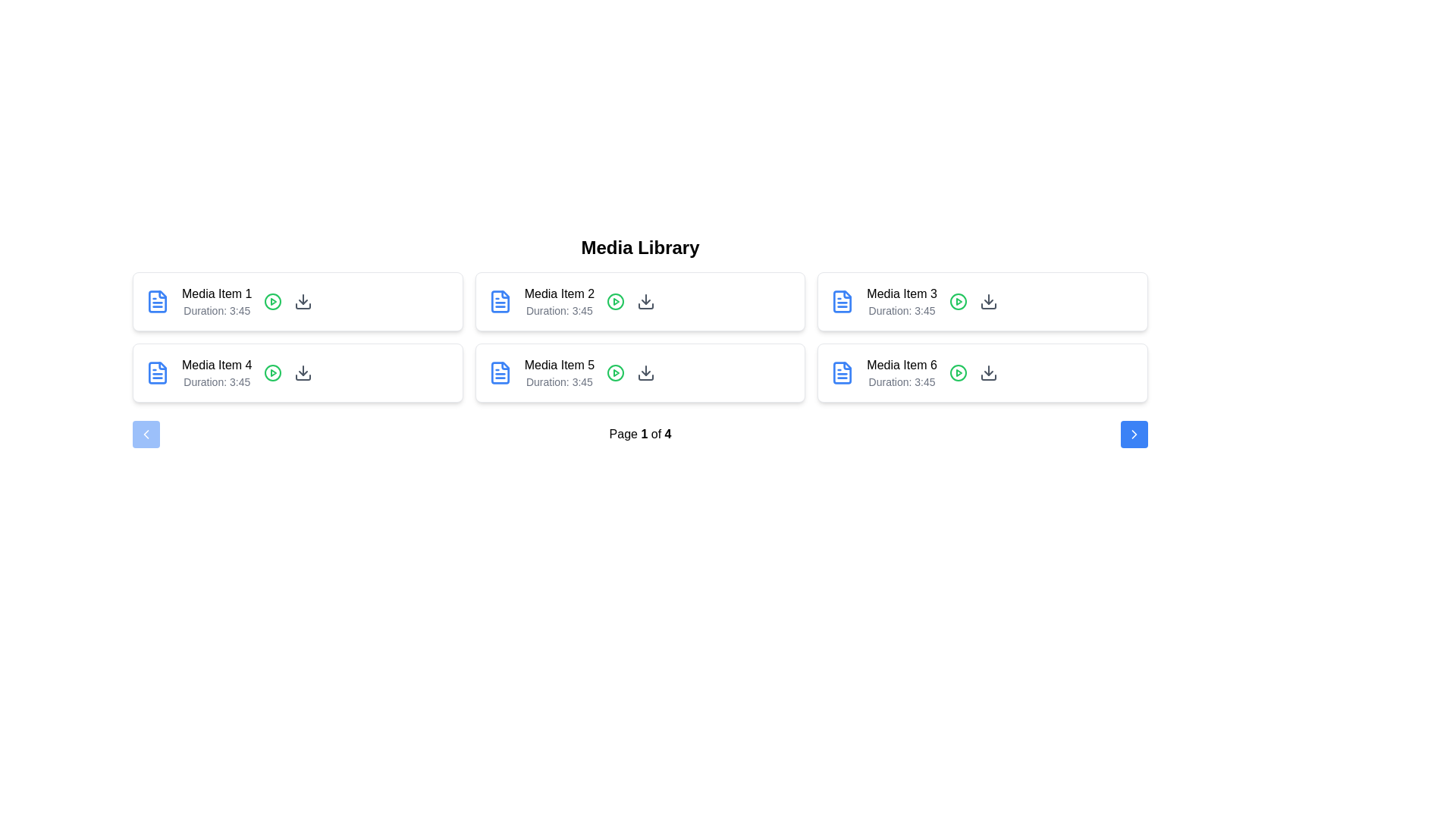 The image size is (1456, 819). Describe the element at coordinates (988, 373) in the screenshot. I see `the Download button icon for Media Item 6 located` at that location.